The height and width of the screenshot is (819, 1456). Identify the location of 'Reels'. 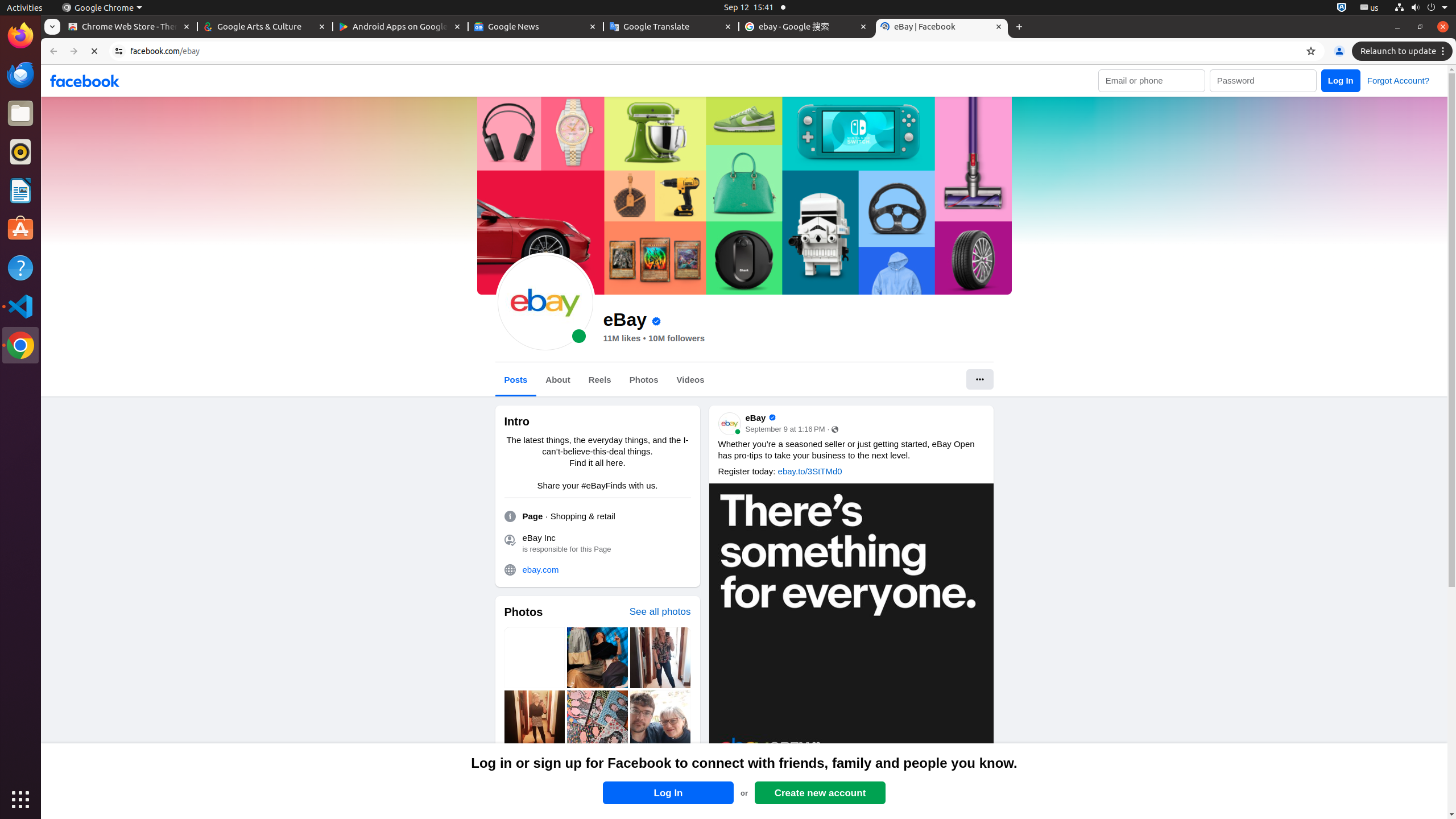
(599, 379).